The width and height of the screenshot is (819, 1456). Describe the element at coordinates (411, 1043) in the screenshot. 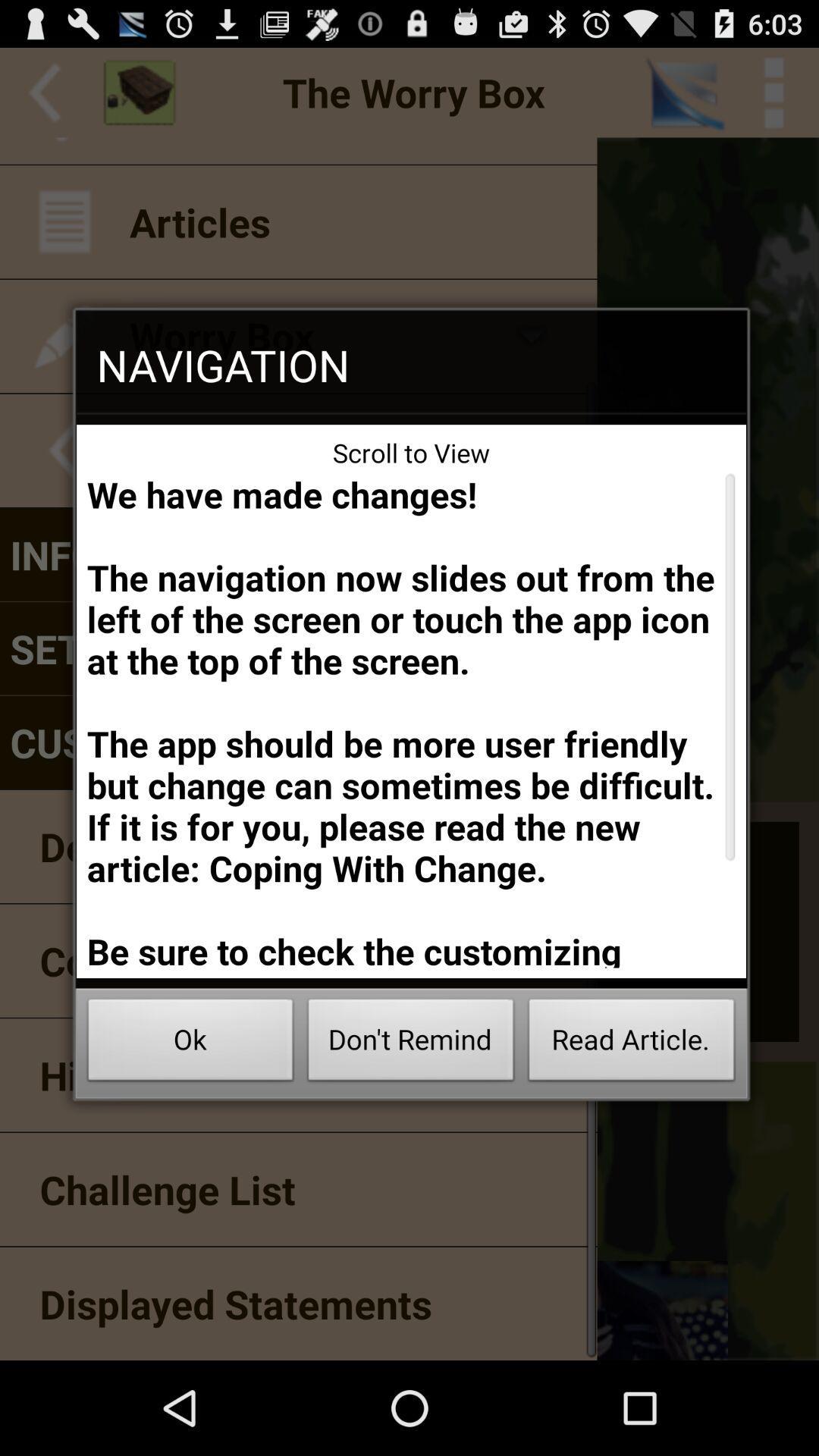

I see `icon next to read article. icon` at that location.